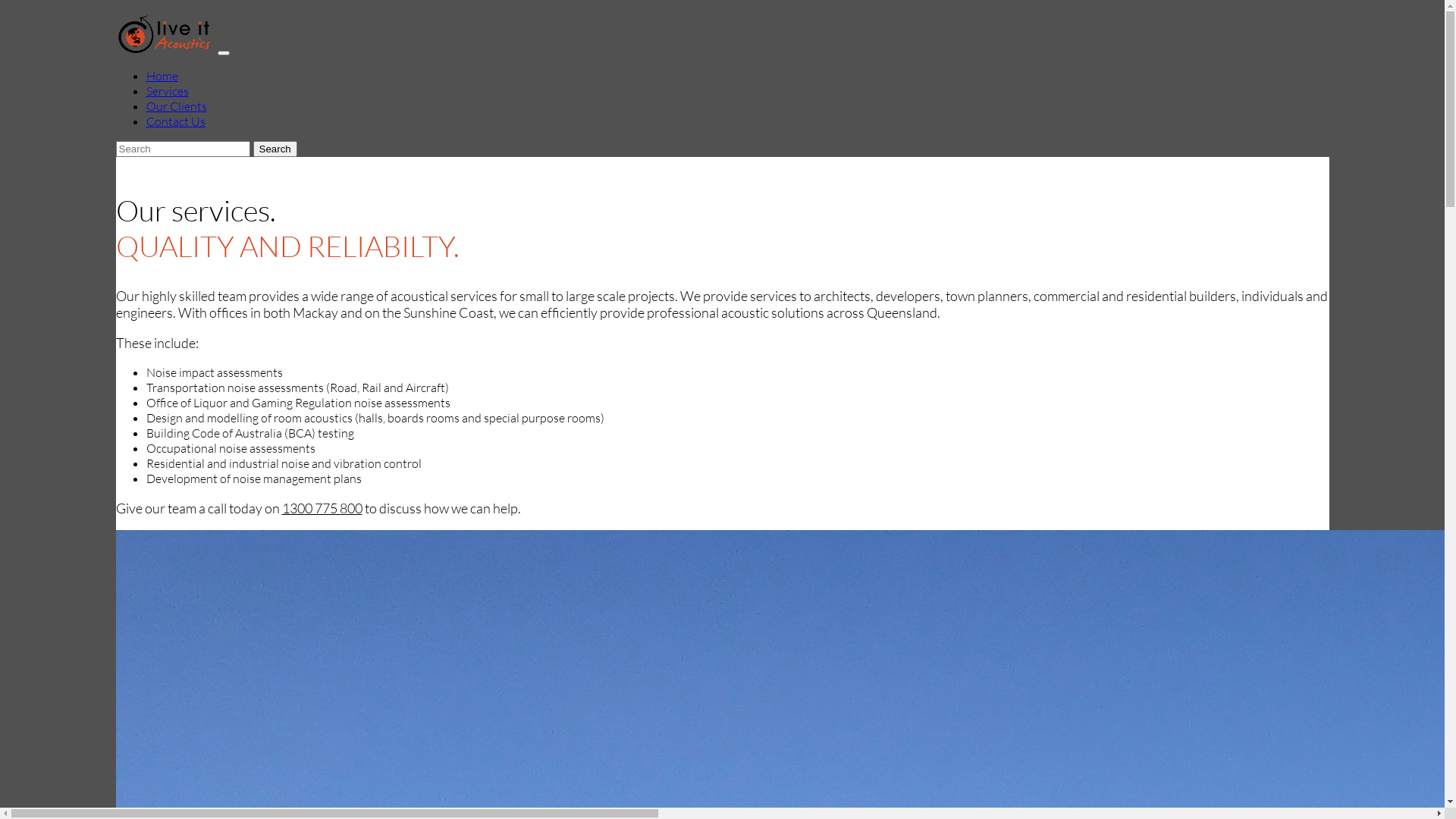 The image size is (1456, 819). Describe the element at coordinates (146, 105) in the screenshot. I see `'Our Clients'` at that location.